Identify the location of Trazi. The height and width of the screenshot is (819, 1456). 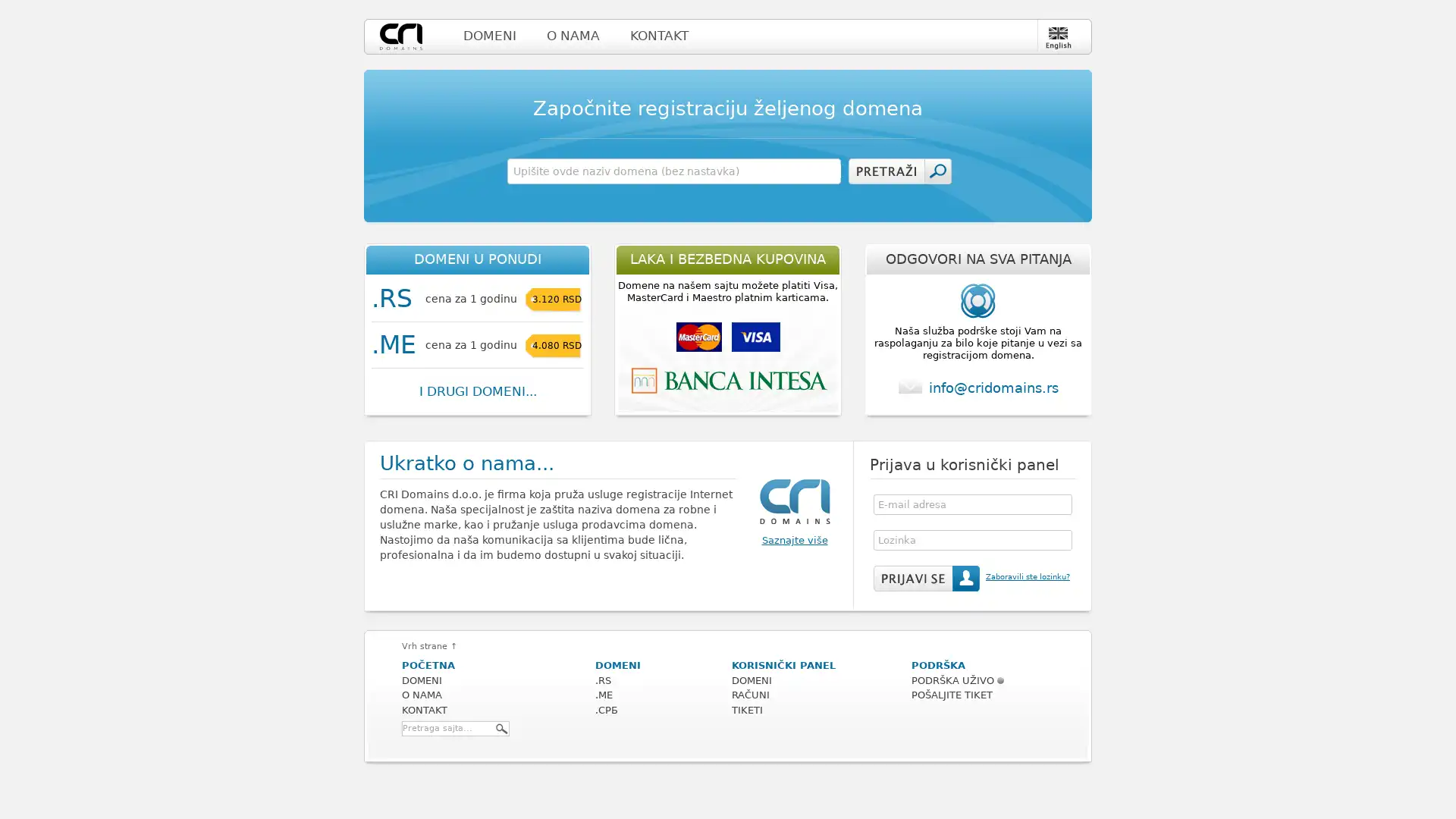
(502, 727).